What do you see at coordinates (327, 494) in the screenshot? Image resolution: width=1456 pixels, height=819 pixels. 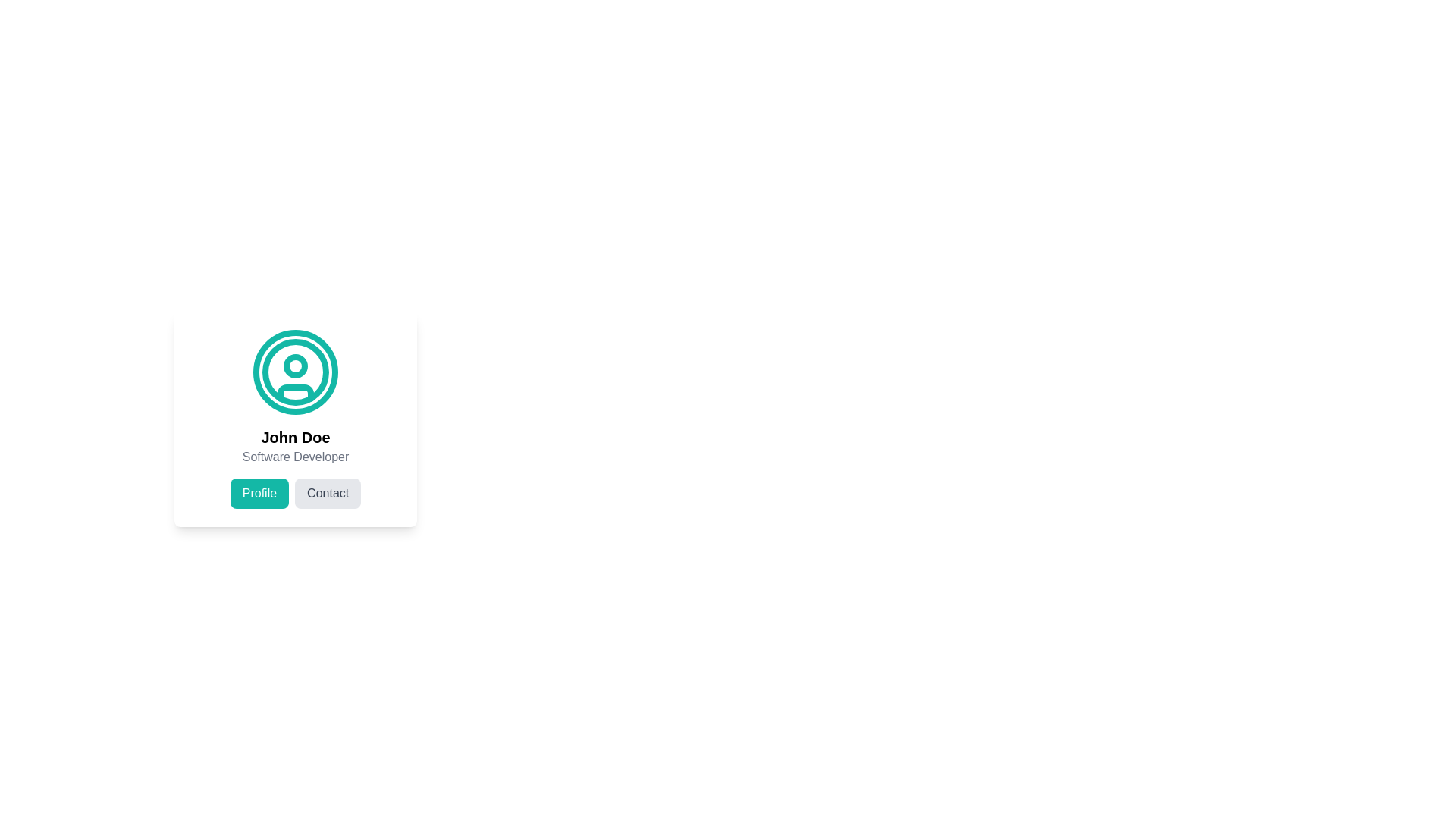 I see `the contact button located to the right of the 'Profile' button, beneath the text 'John Doe - Software Developer', to initiate a contact action` at bounding box center [327, 494].